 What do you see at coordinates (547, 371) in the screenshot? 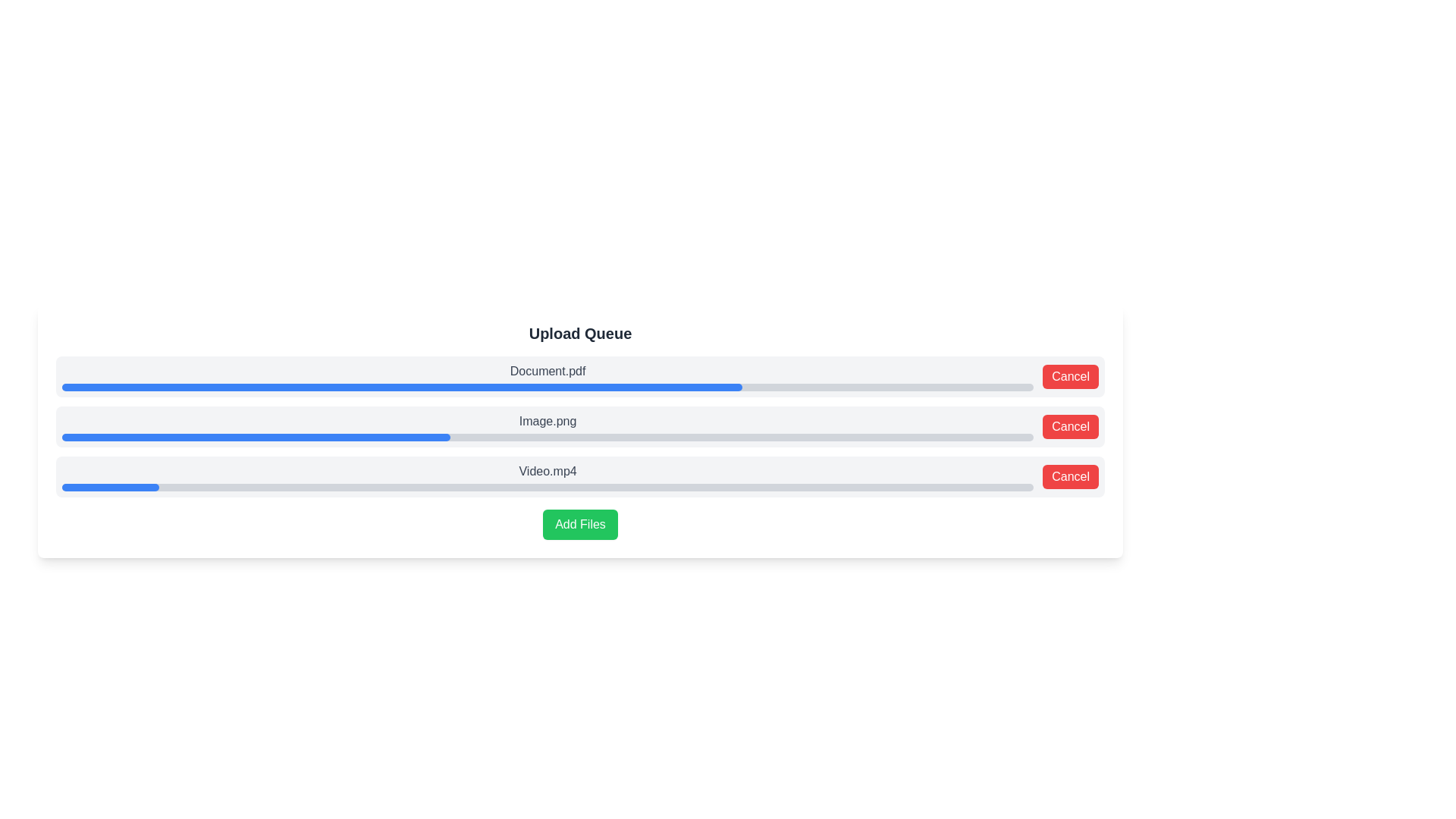
I see `the text label displaying 'Document.pdf' which is positioned above the progress bar in the 'Upload Queue'` at bounding box center [547, 371].